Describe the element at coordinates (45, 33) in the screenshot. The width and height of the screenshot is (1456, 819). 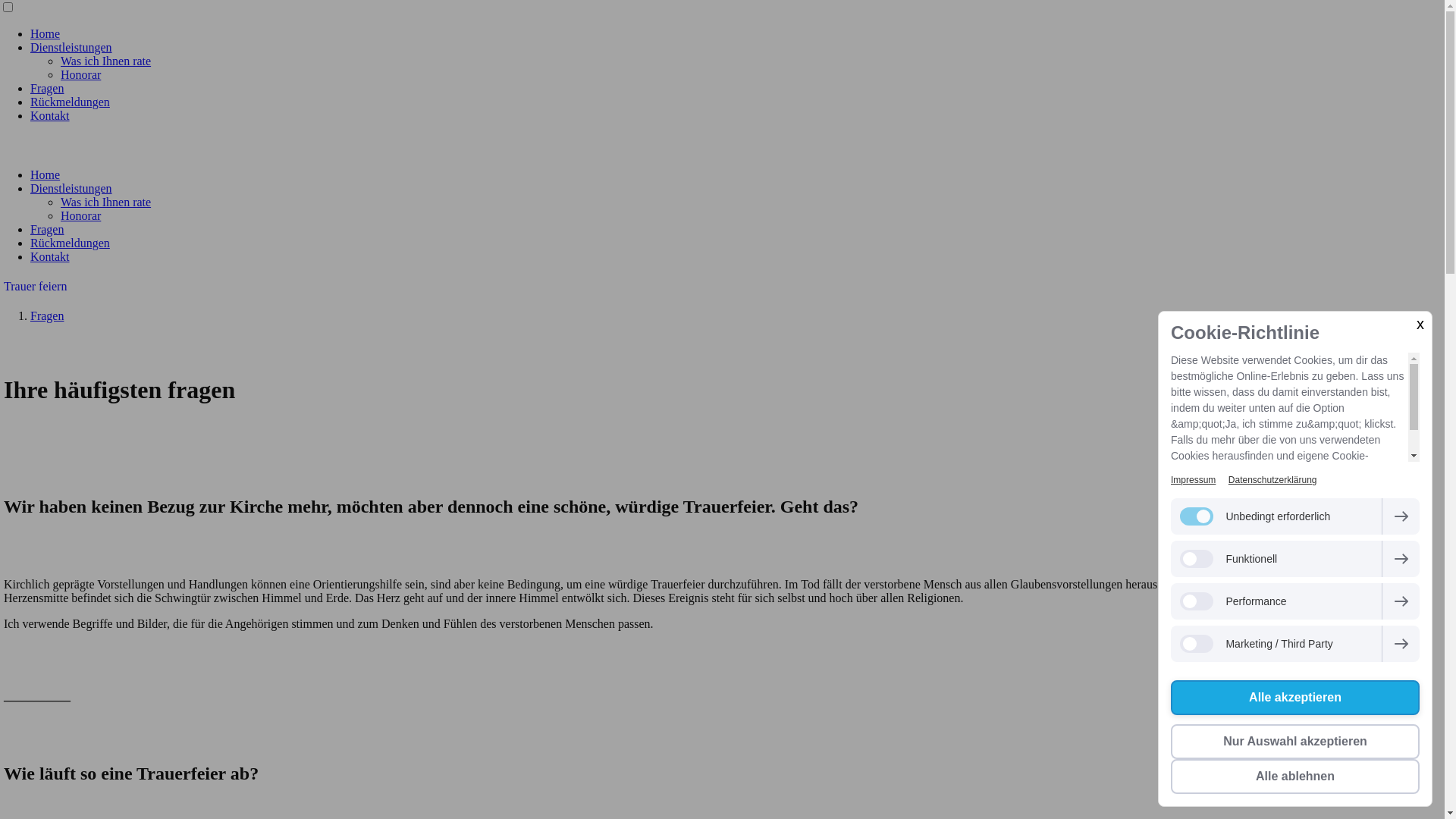
I see `'Home'` at that location.